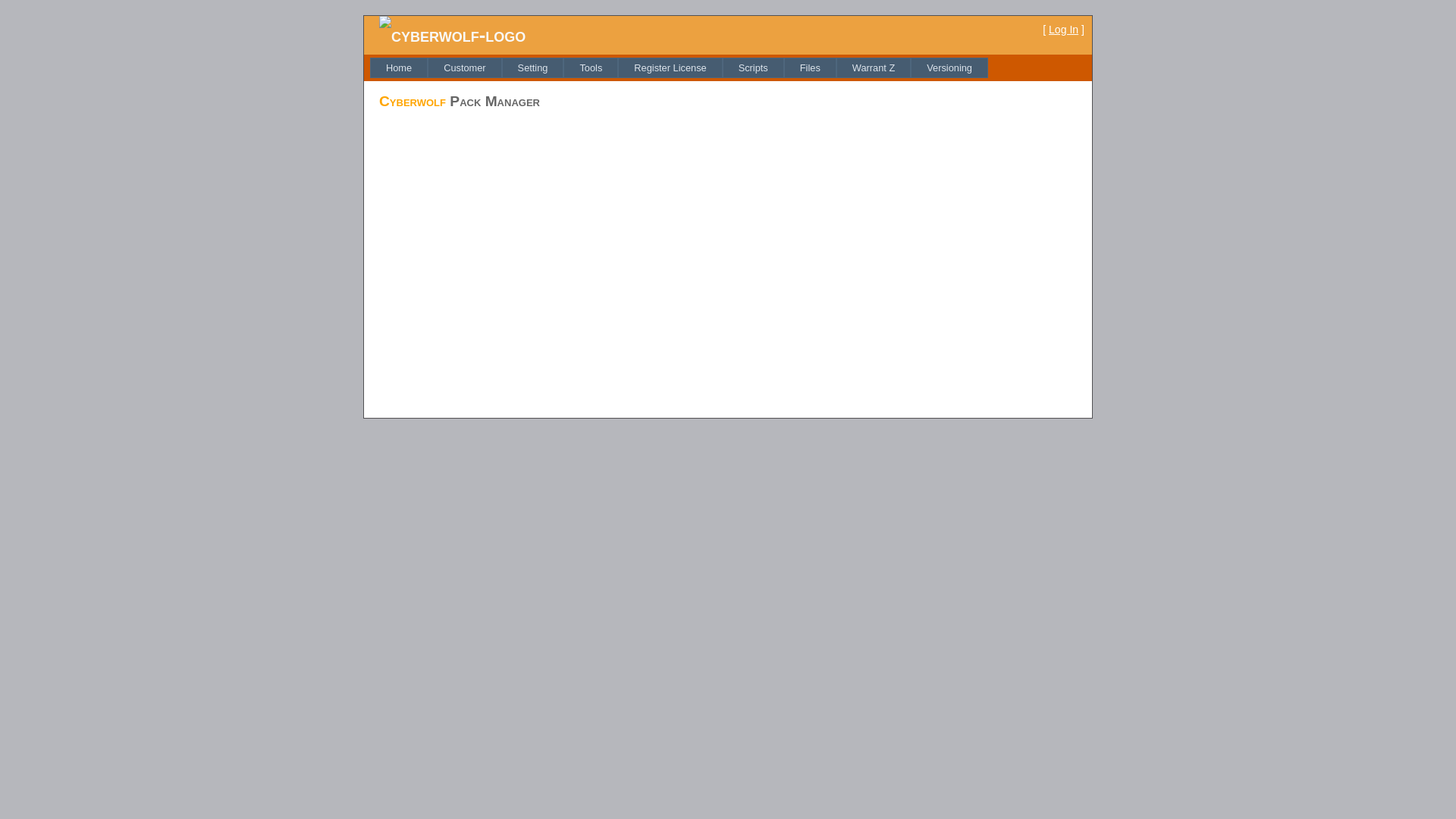 This screenshot has height=819, width=1456. What do you see at coordinates (753, 67) in the screenshot?
I see `'Scripts'` at bounding box center [753, 67].